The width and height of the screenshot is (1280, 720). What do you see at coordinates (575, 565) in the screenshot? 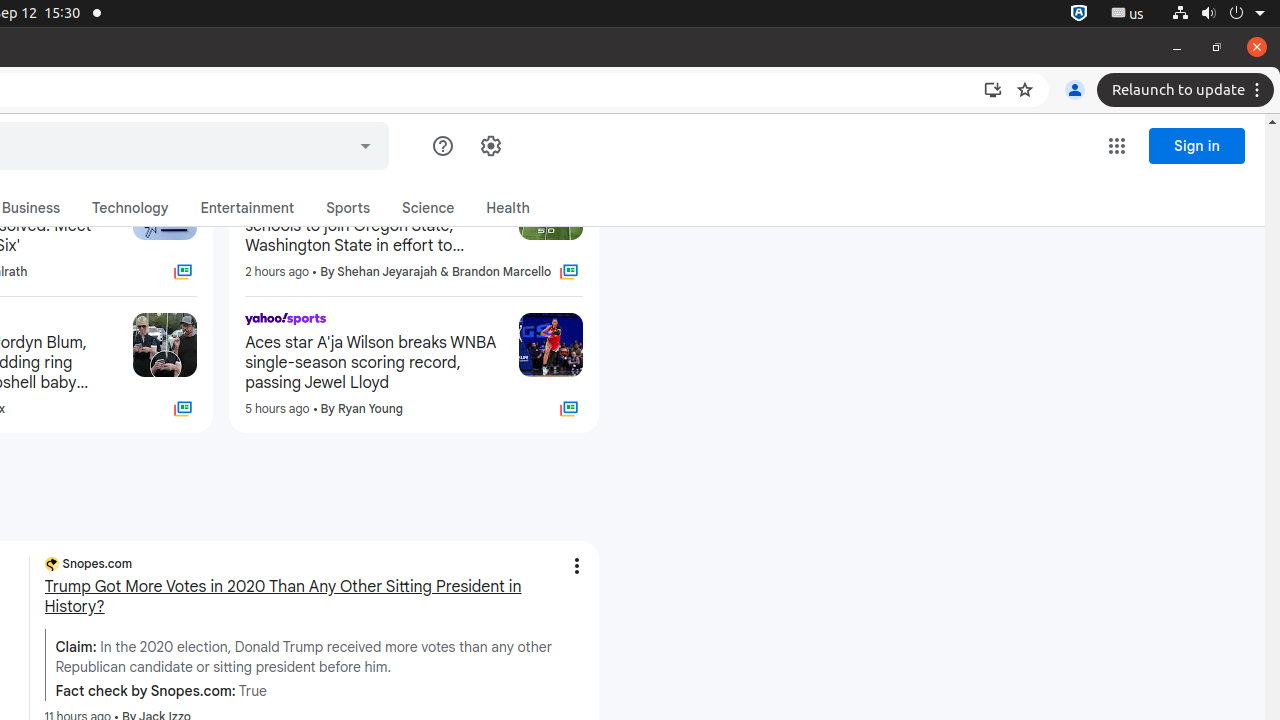
I see `'More - Trump Got More Votes in 2020 Than Any Other Sitting President in History?'` at bounding box center [575, 565].